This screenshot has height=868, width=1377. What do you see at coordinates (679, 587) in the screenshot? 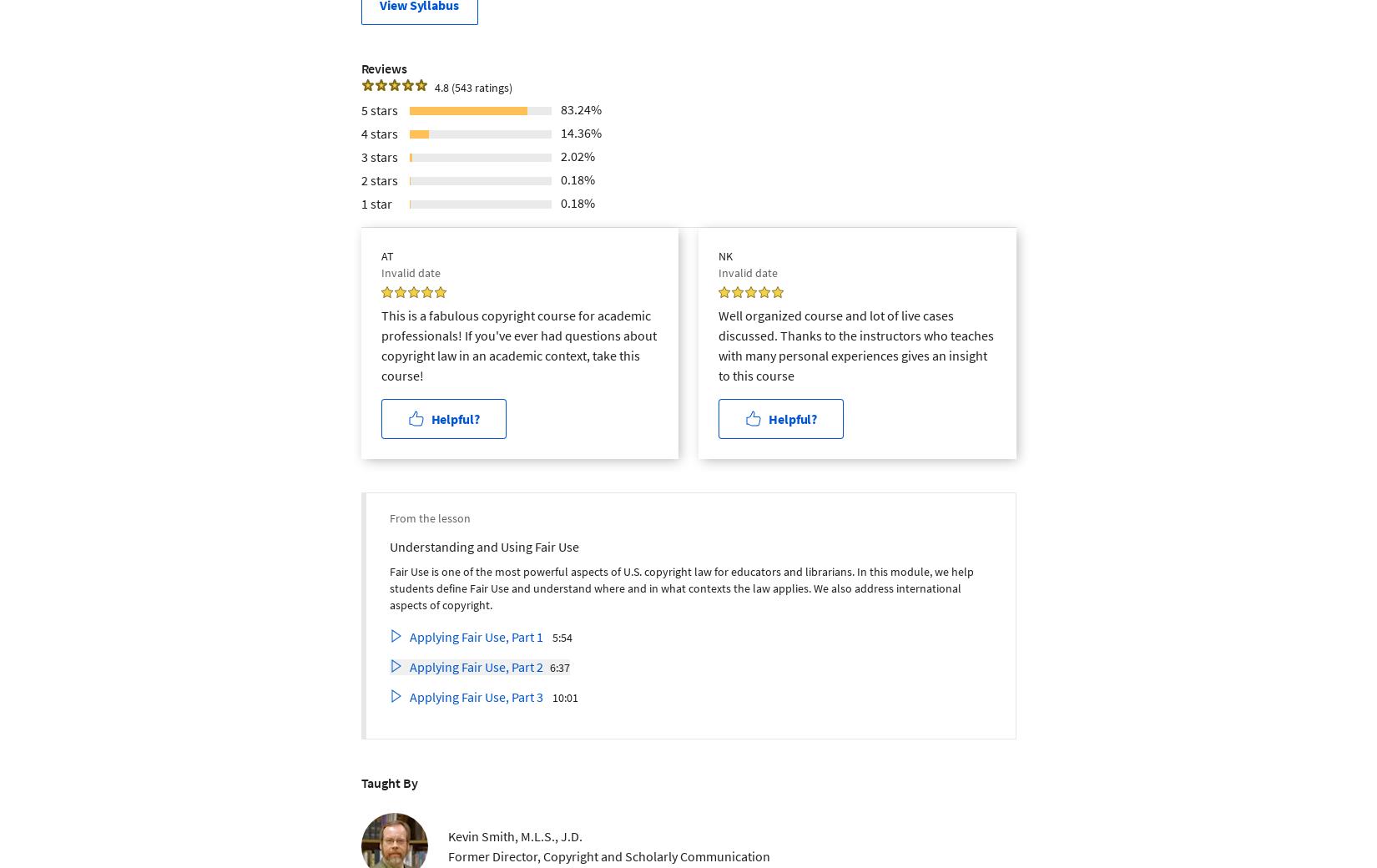
I see `'Fair Use is one of the most powerful aspects of U.S. copyright law for educators and librarians.  In this module, we help students define Fair Use and understand where and in what contexts the law applies.  We also address international aspects of copyright.'` at bounding box center [679, 587].